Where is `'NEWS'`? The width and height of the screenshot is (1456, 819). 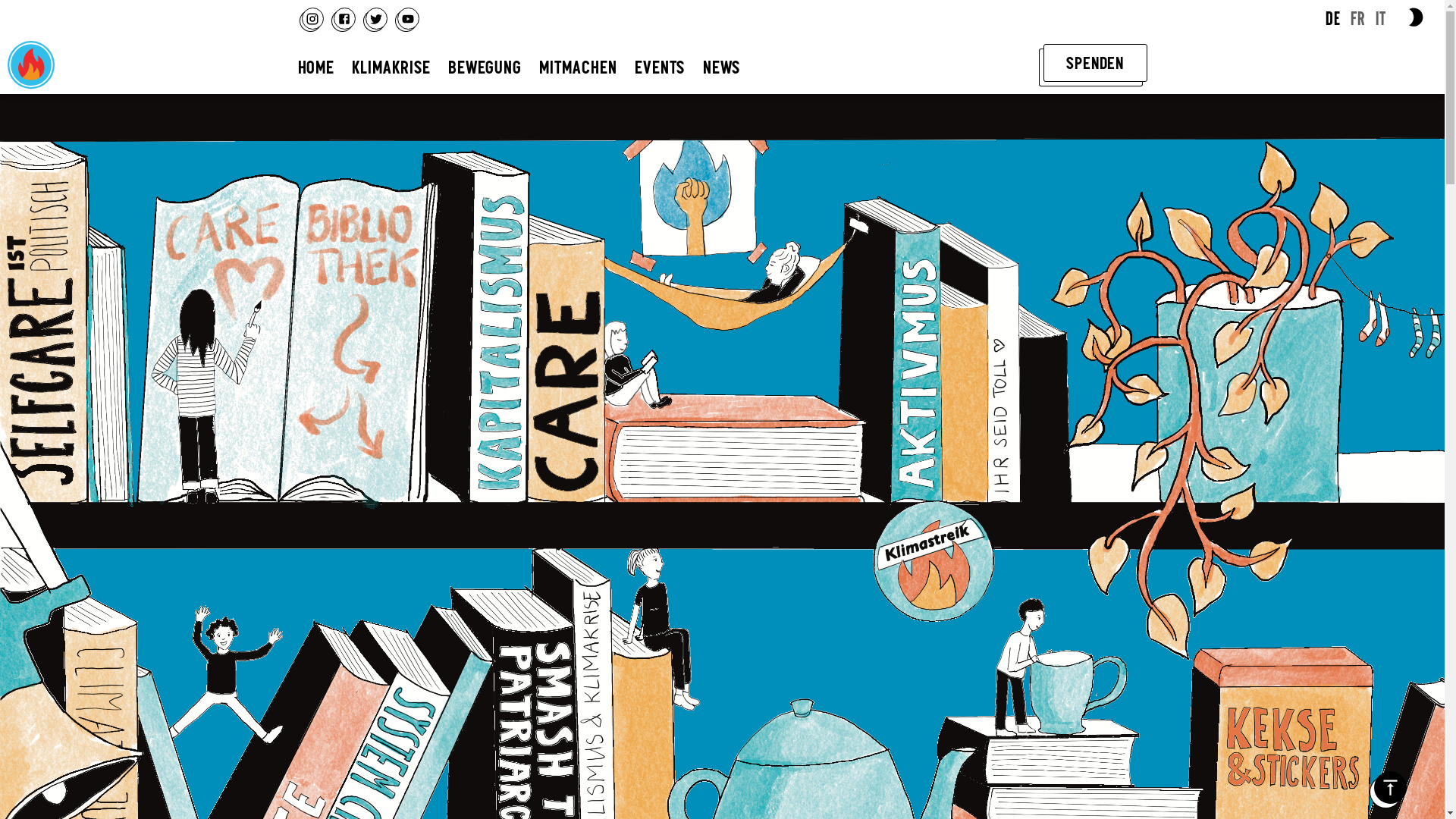 'NEWS' is located at coordinates (720, 65).